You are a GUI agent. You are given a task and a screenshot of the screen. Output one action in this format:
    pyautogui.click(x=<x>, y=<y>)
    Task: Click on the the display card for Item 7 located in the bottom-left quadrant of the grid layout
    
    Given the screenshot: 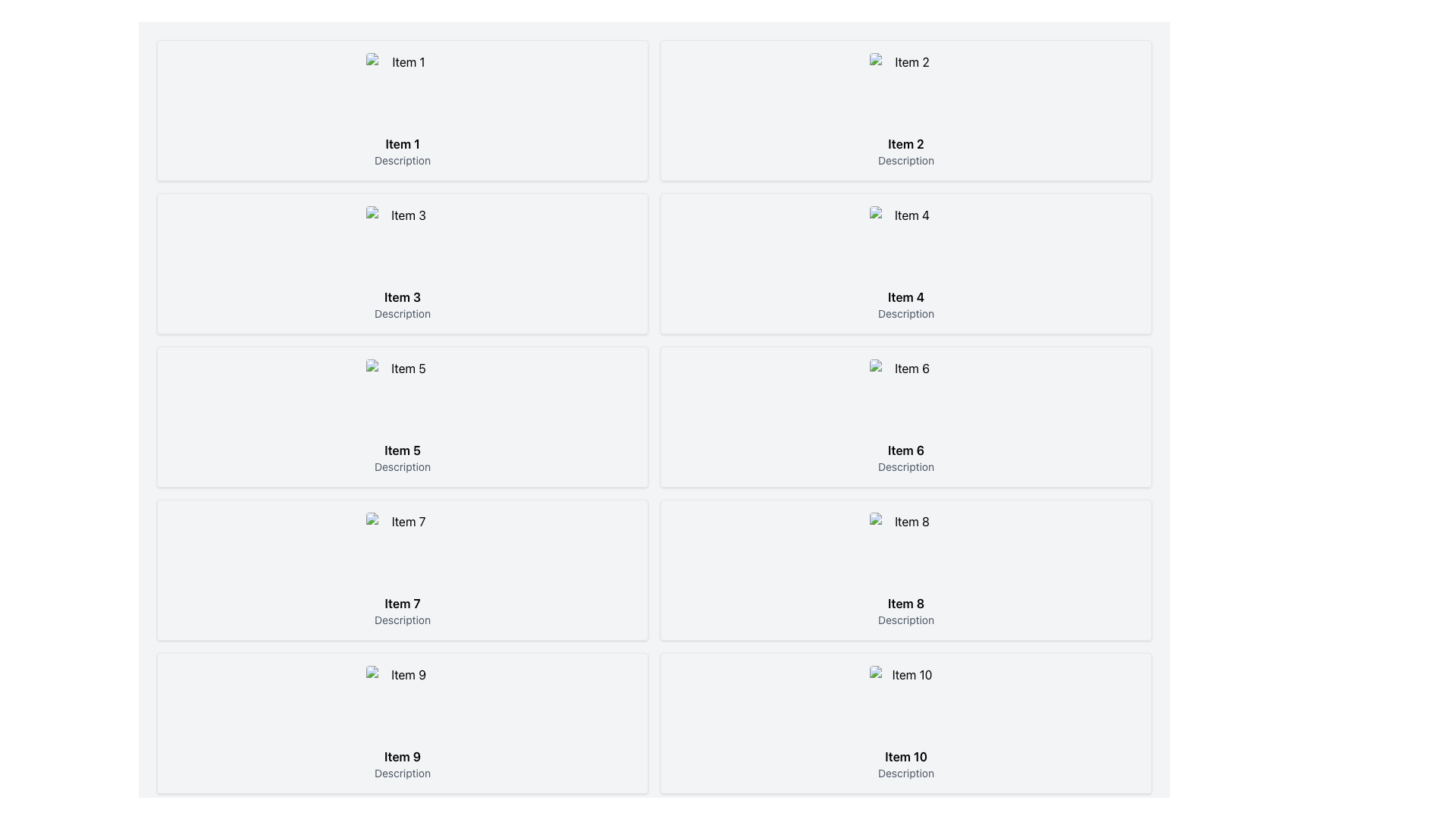 What is the action you would take?
    pyautogui.click(x=403, y=570)
    